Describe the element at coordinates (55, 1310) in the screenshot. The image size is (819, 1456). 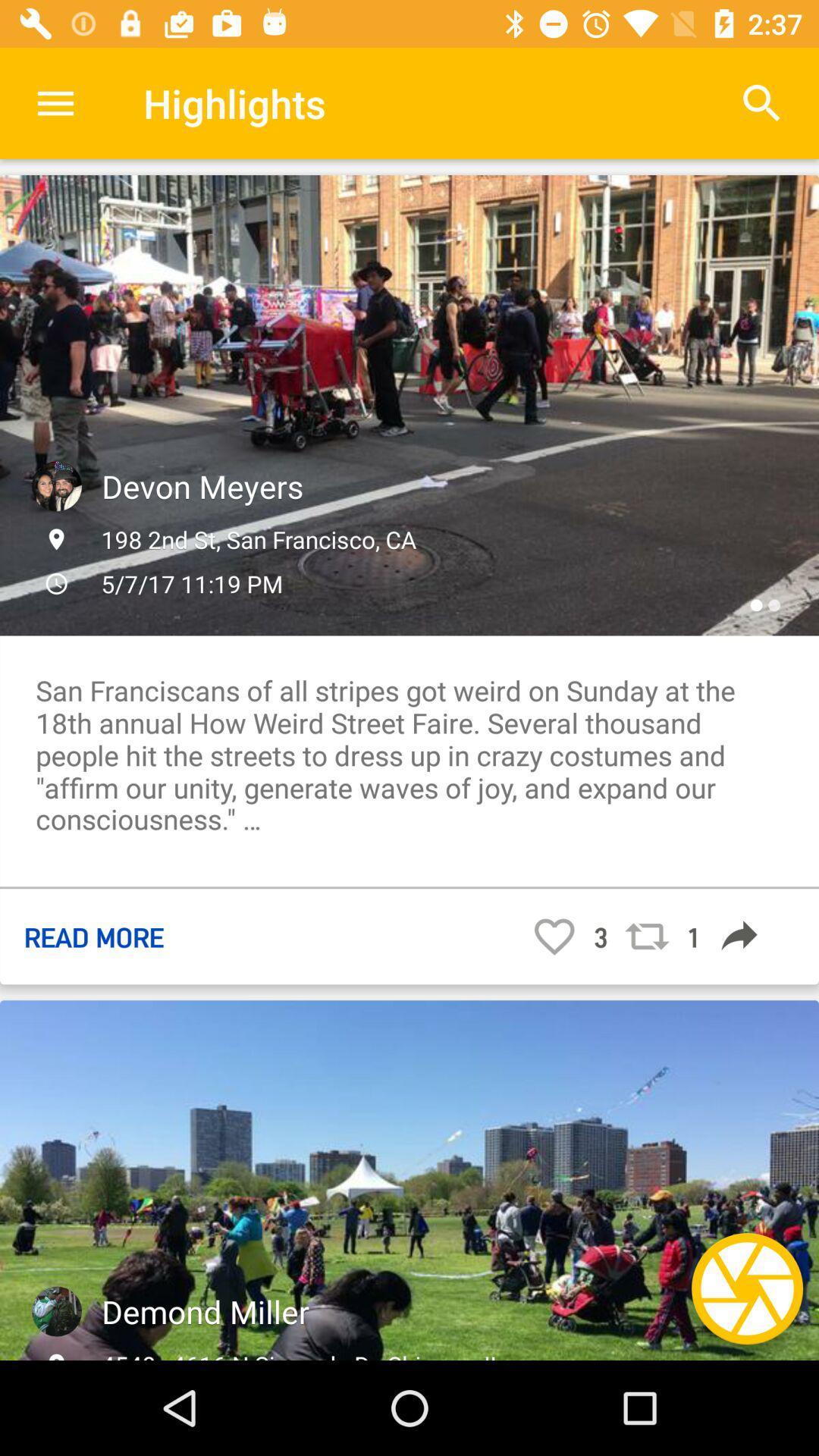
I see `the image which is to the left side of demond miller` at that location.